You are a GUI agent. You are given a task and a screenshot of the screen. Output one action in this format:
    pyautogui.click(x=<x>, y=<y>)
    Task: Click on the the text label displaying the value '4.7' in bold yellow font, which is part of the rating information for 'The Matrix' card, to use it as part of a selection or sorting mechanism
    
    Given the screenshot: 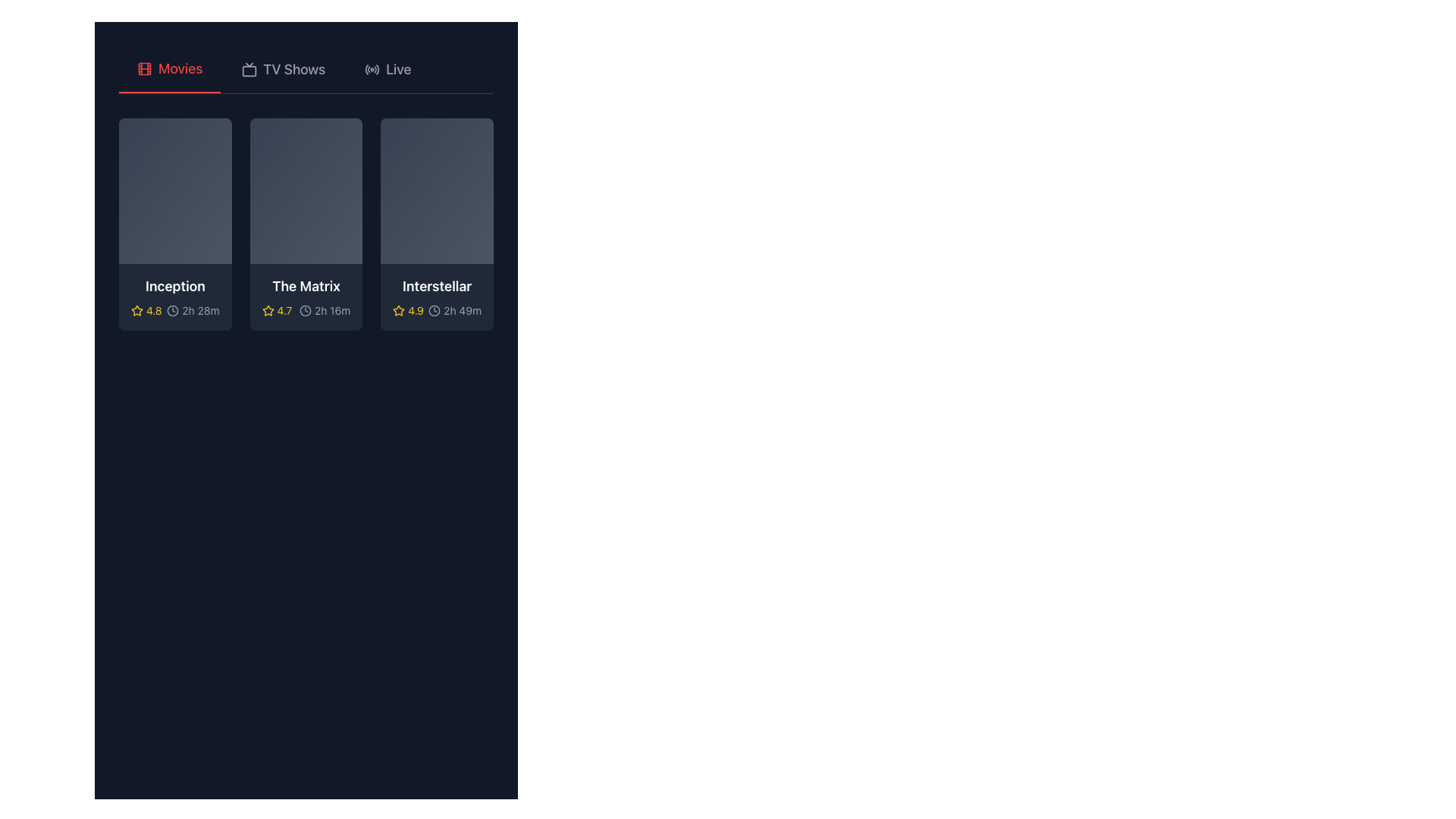 What is the action you would take?
    pyautogui.click(x=284, y=309)
    